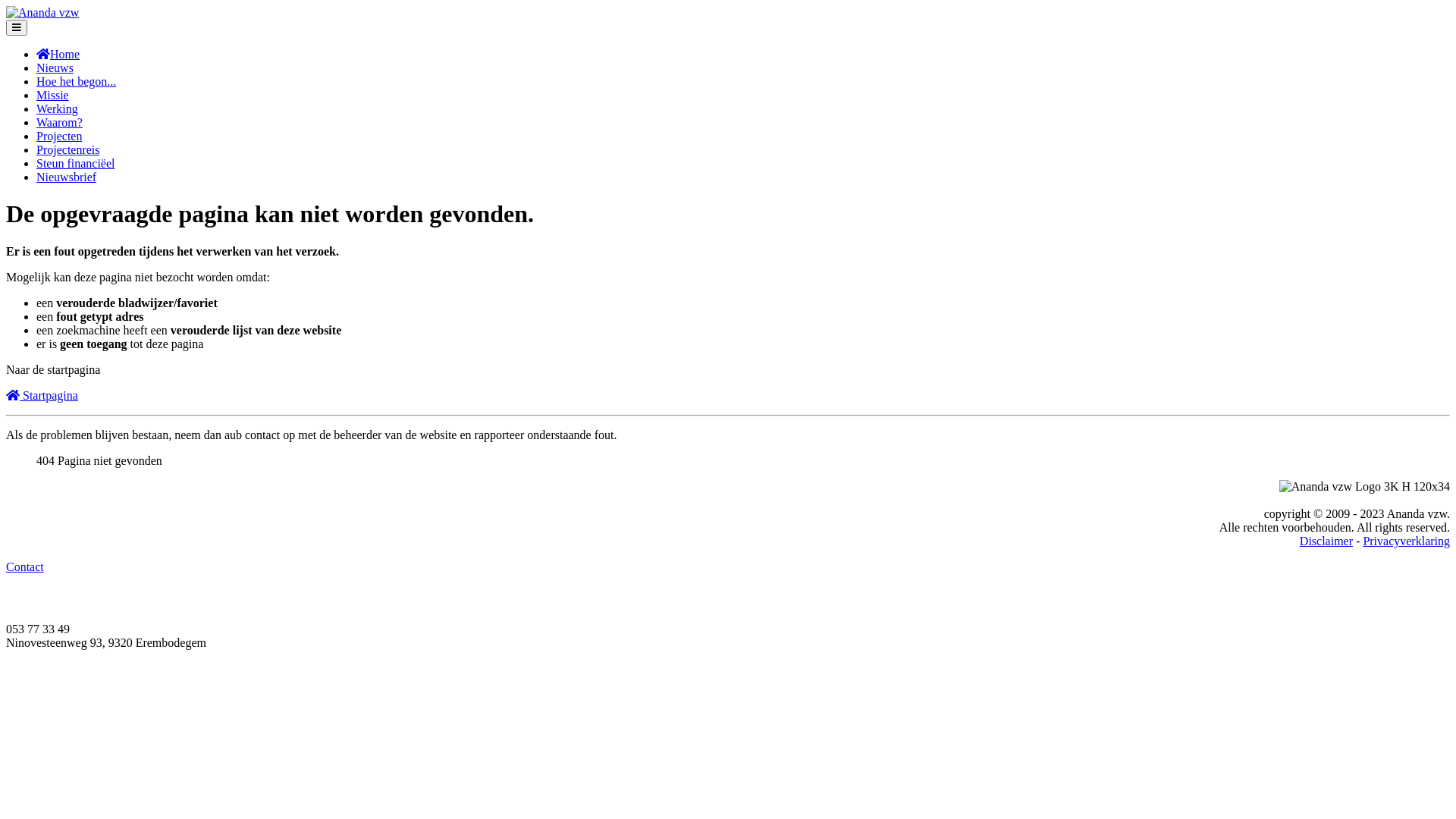  Describe the element at coordinates (55, 67) in the screenshot. I see `'Nieuws'` at that location.